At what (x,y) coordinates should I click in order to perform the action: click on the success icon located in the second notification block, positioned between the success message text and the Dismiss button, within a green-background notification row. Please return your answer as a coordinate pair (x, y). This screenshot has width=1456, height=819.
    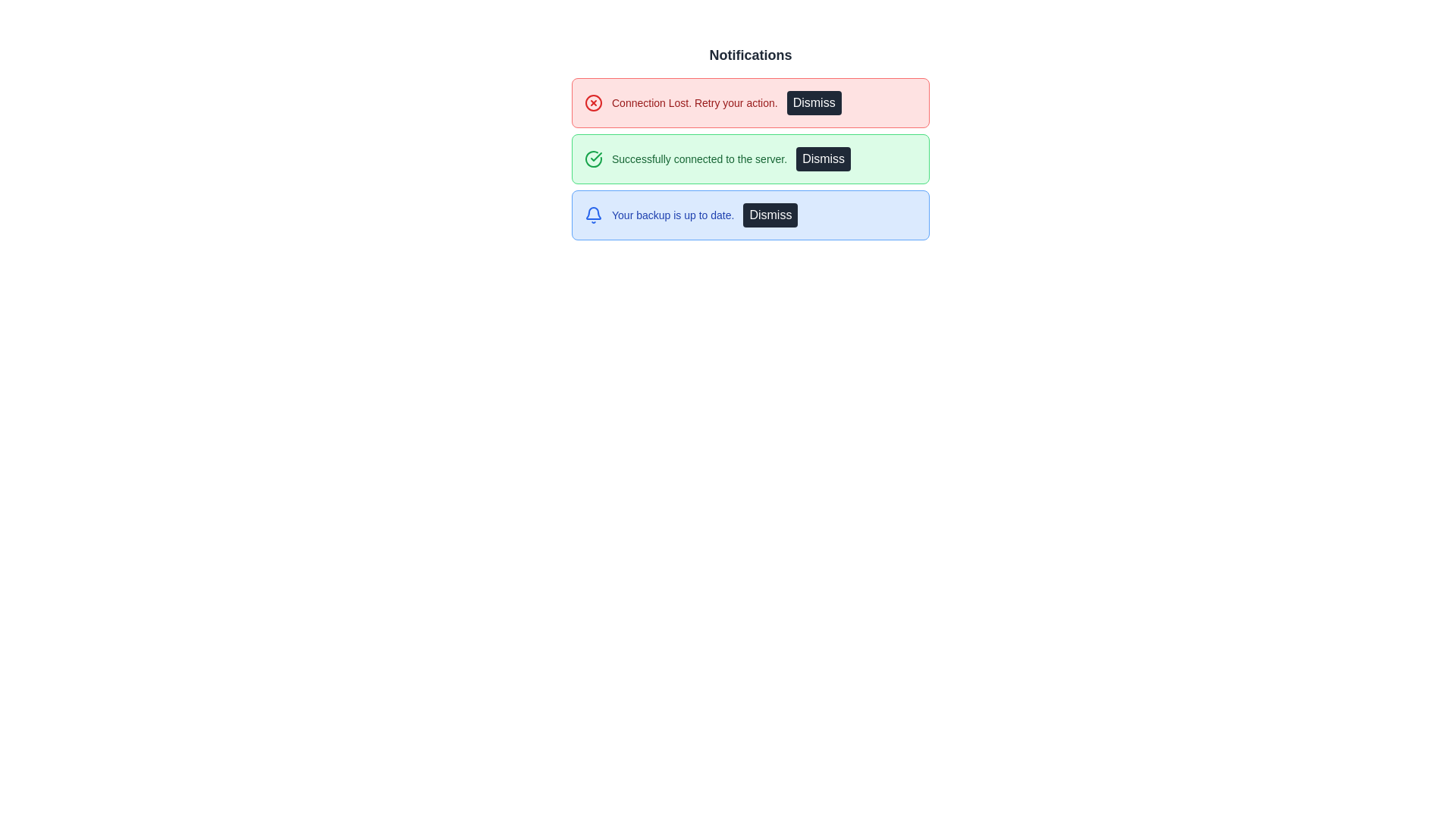
    Looking at the image, I should click on (595, 157).